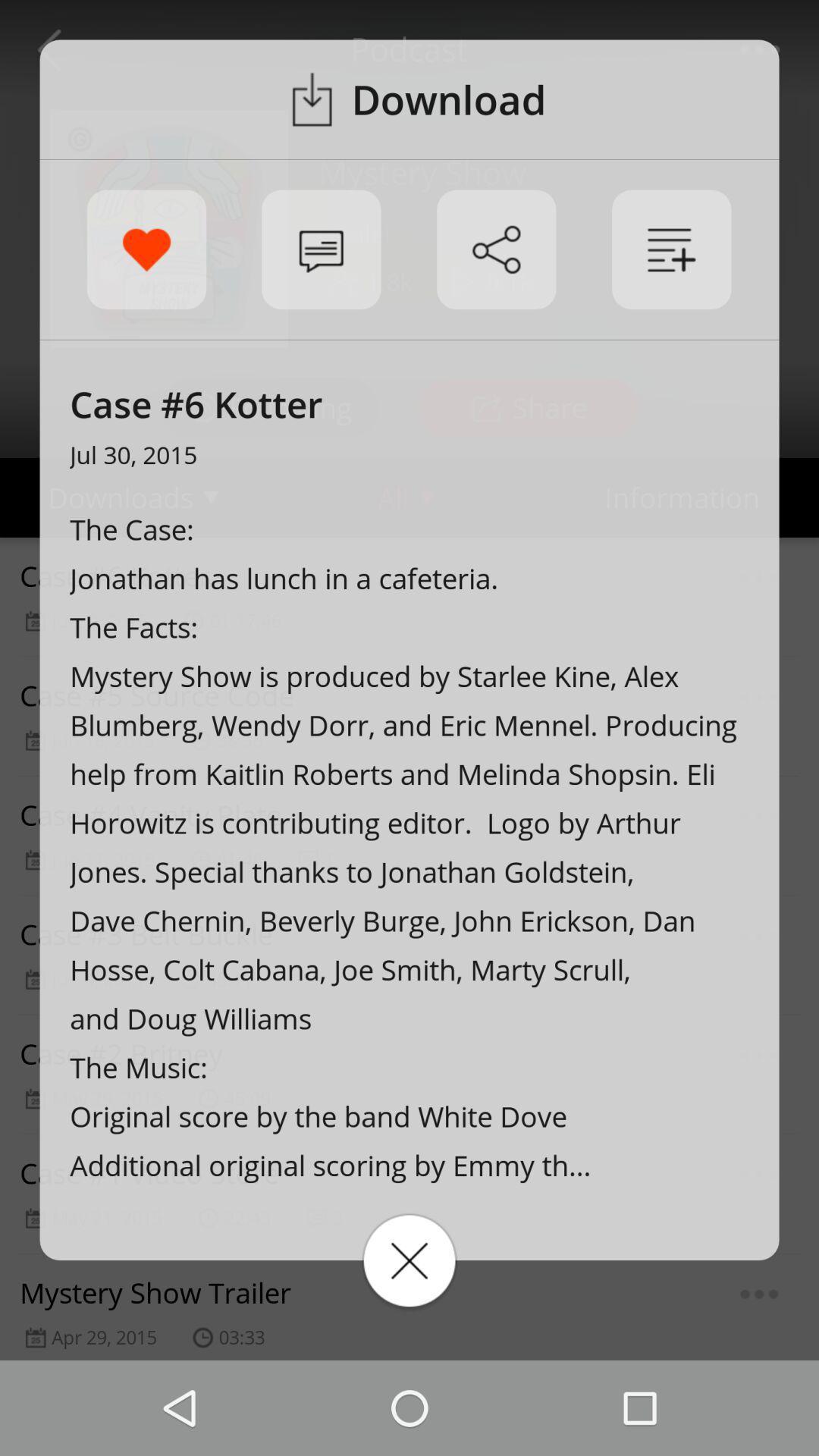  What do you see at coordinates (496, 249) in the screenshot?
I see `share` at bounding box center [496, 249].